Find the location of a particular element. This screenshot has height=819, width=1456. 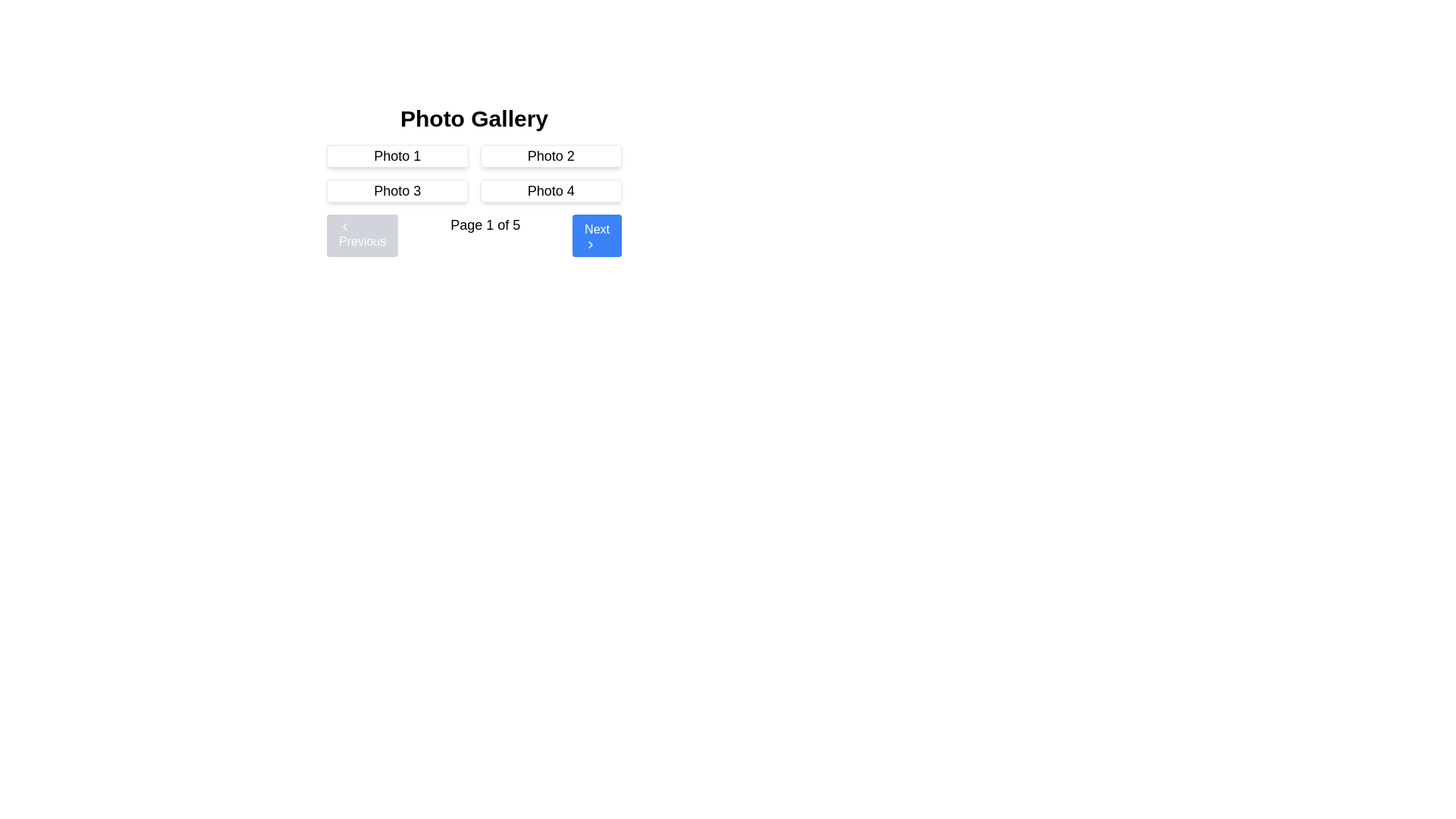

the blue rectangular 'Next' button with white text and a rightward arrow icon located in the bottom-right corner of the navigation bar is located at coordinates (596, 236).